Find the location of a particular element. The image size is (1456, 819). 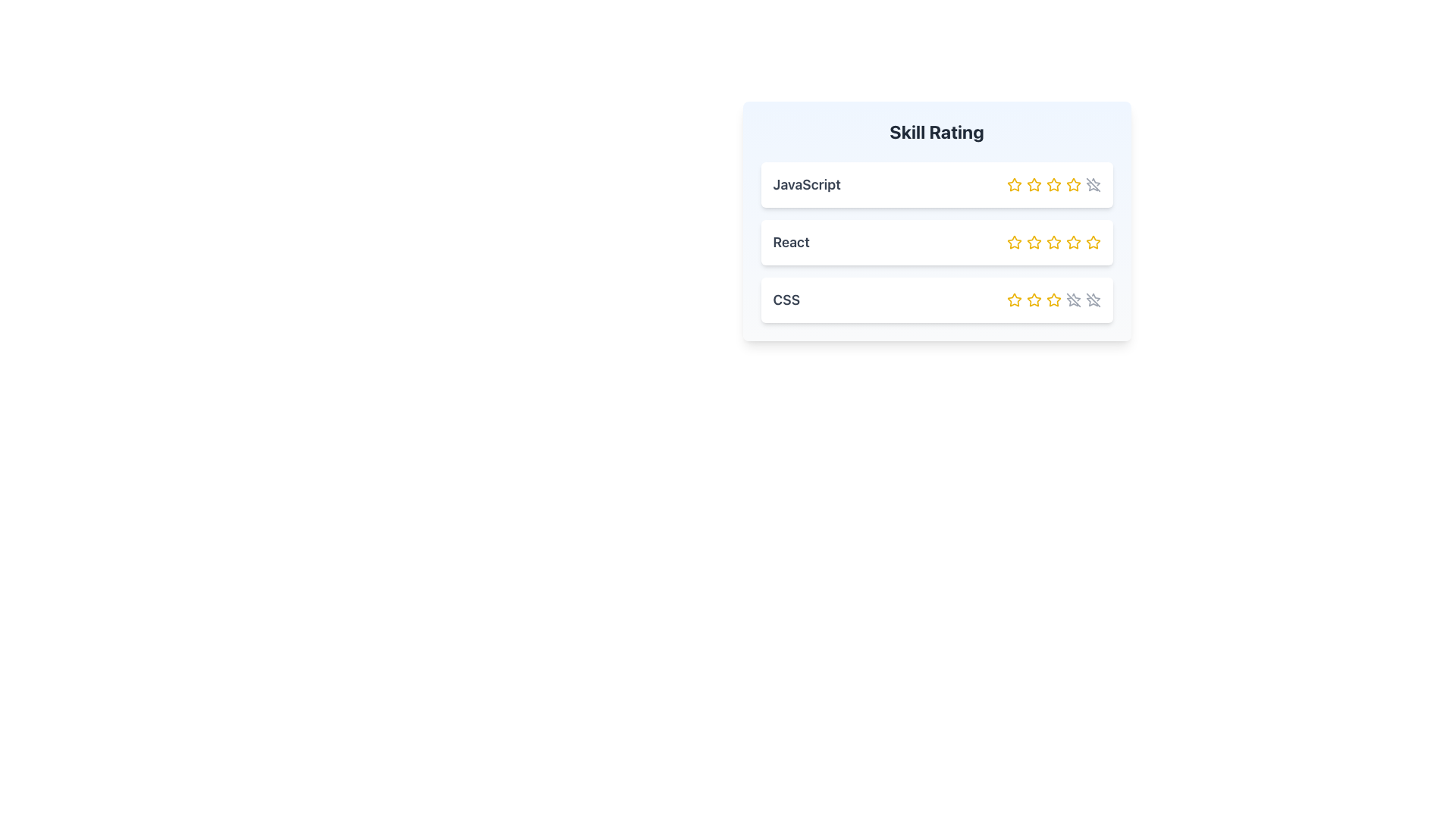

the rightmost star icon in the Skill Rating section is located at coordinates (1093, 184).